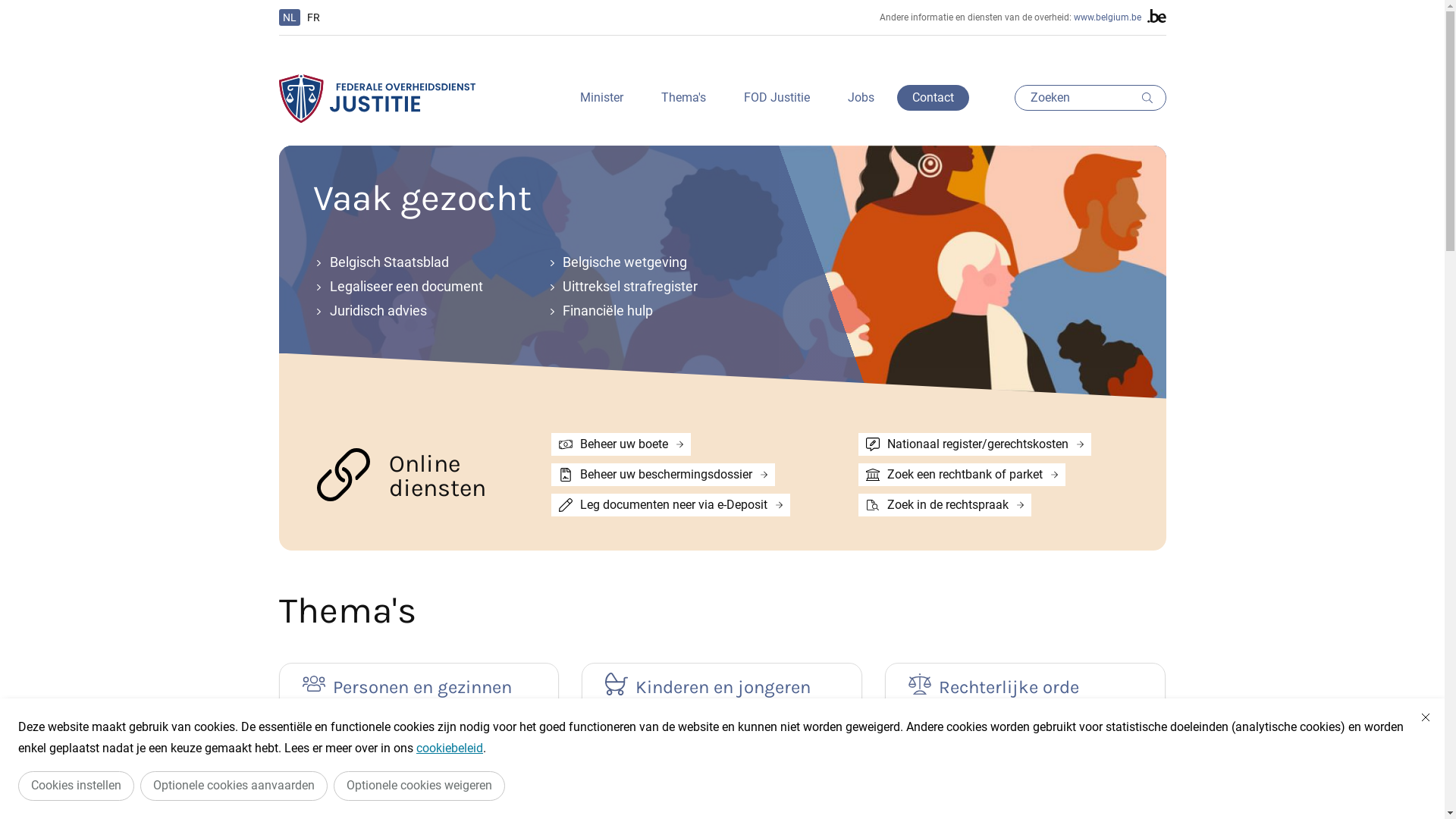  I want to click on 'cookiebeleid', so click(449, 747).